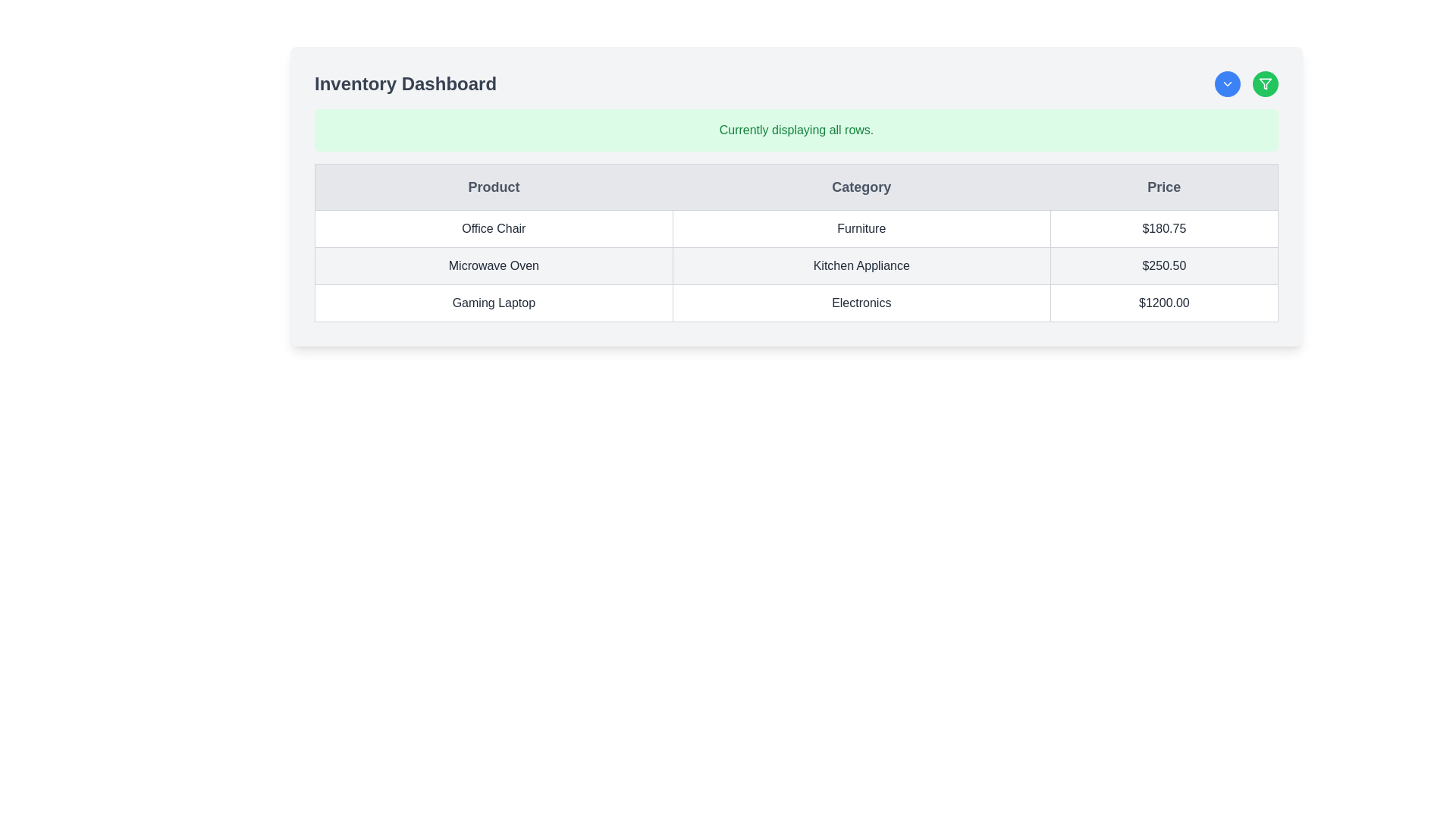 The width and height of the screenshot is (1456, 819). I want to click on the Table Row element that serves as a header for the table, which includes column headers 'Product', 'Category', so click(795, 186).